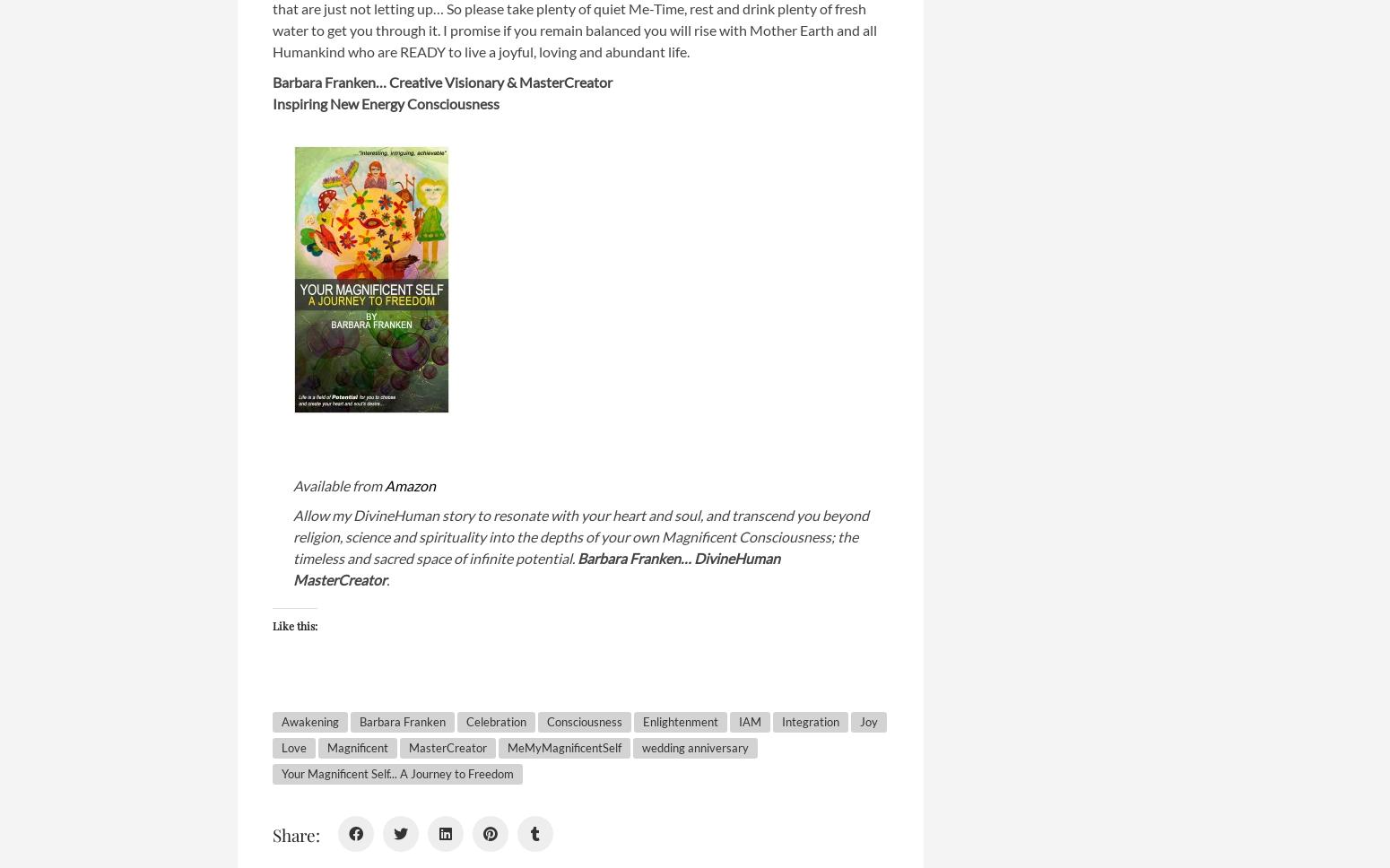 The image size is (1390, 868). I want to click on 'Consciousness', so click(583, 720).